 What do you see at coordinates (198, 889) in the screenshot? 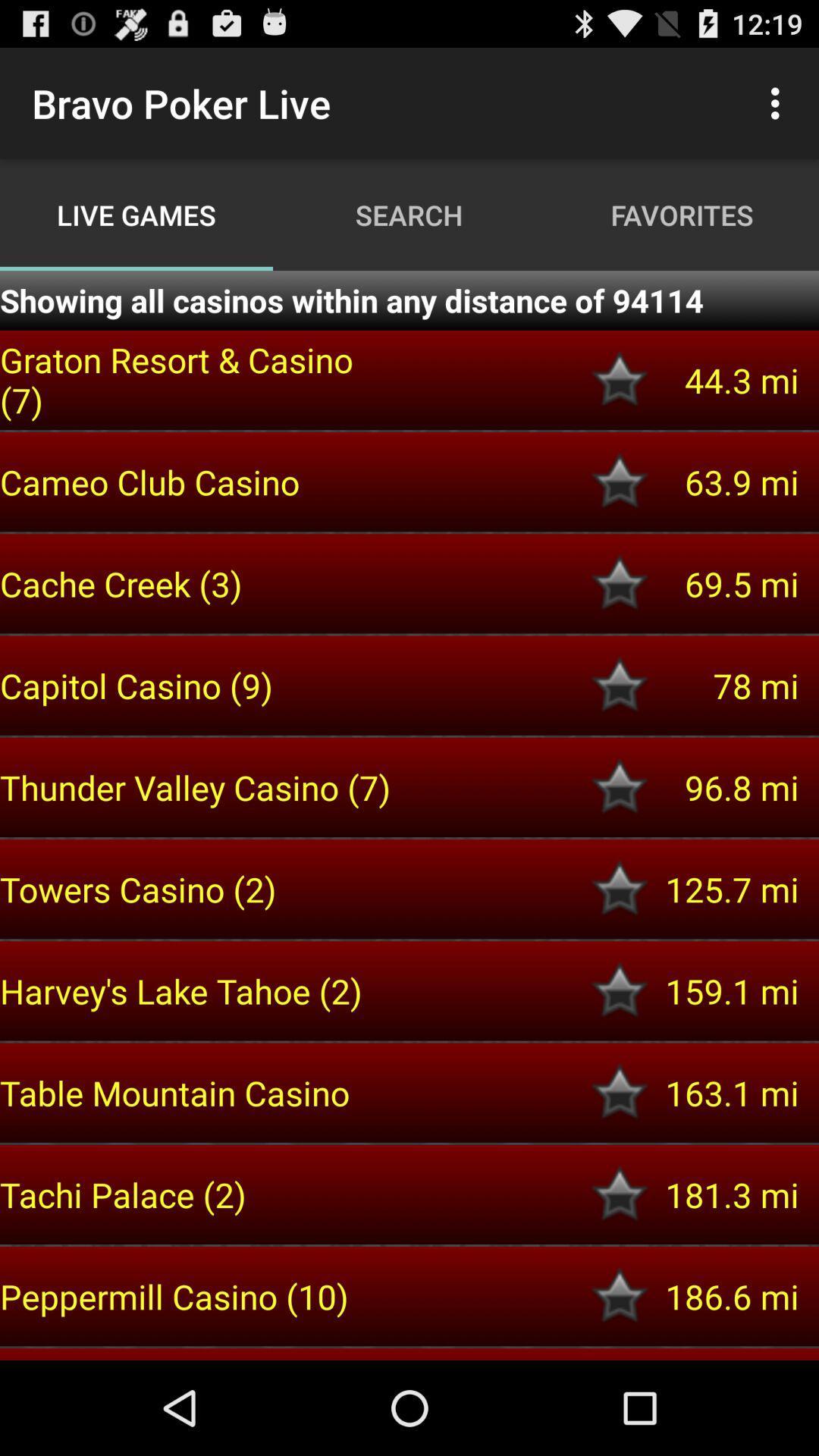
I see `towers casino (2) icon` at bounding box center [198, 889].